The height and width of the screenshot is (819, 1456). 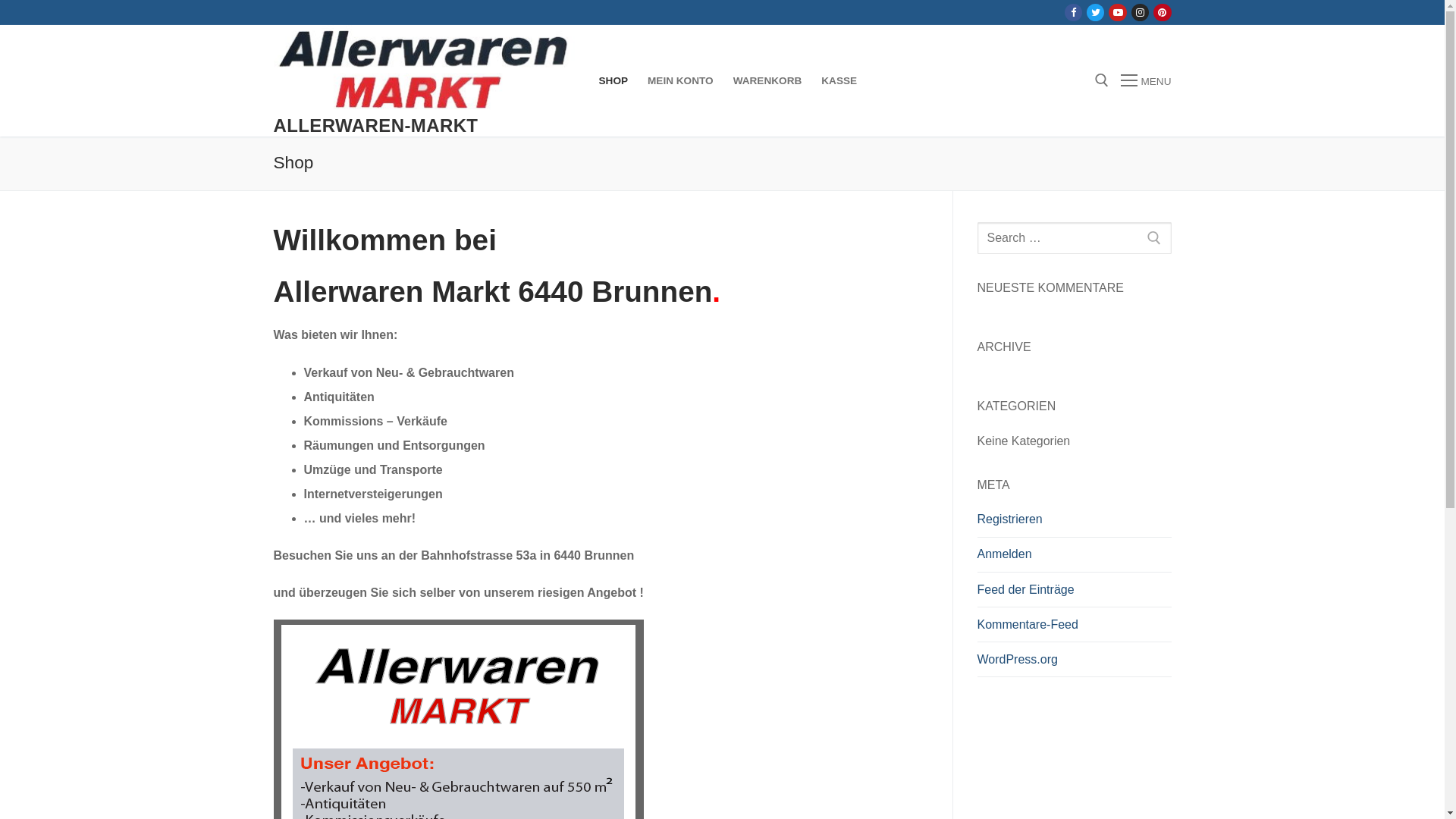 I want to click on 'Instagram', so click(x=1140, y=12).